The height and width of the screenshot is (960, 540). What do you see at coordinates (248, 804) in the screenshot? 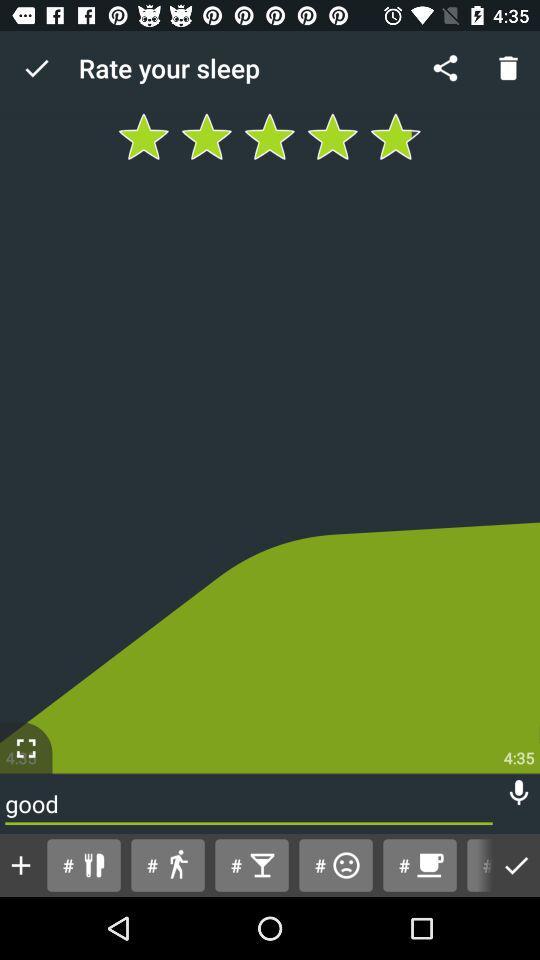
I see `the good icon` at bounding box center [248, 804].